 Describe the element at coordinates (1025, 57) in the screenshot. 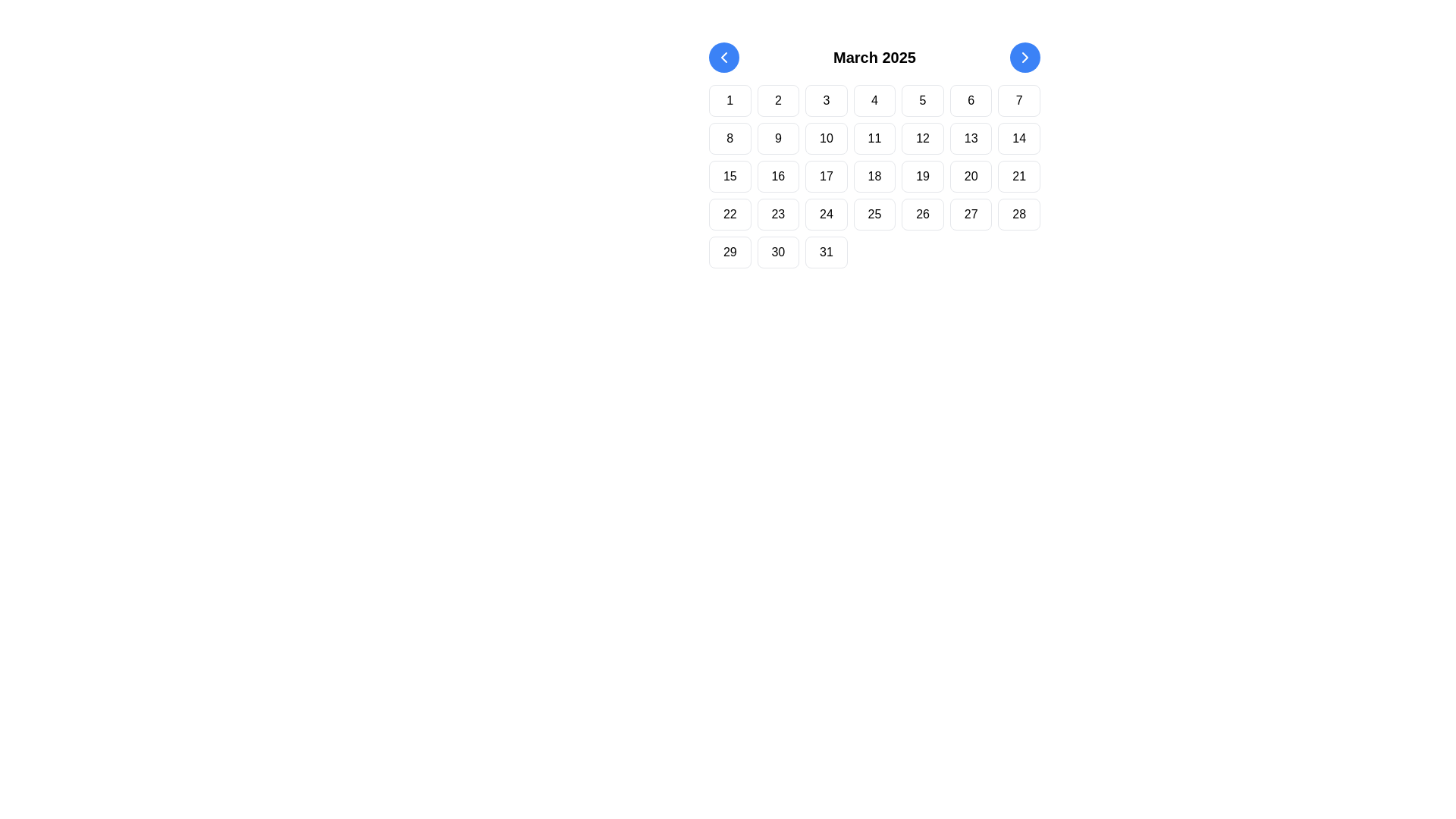

I see `the circular blue button with a white forward arrow icon located near the top-right corner of the calendar display` at that location.